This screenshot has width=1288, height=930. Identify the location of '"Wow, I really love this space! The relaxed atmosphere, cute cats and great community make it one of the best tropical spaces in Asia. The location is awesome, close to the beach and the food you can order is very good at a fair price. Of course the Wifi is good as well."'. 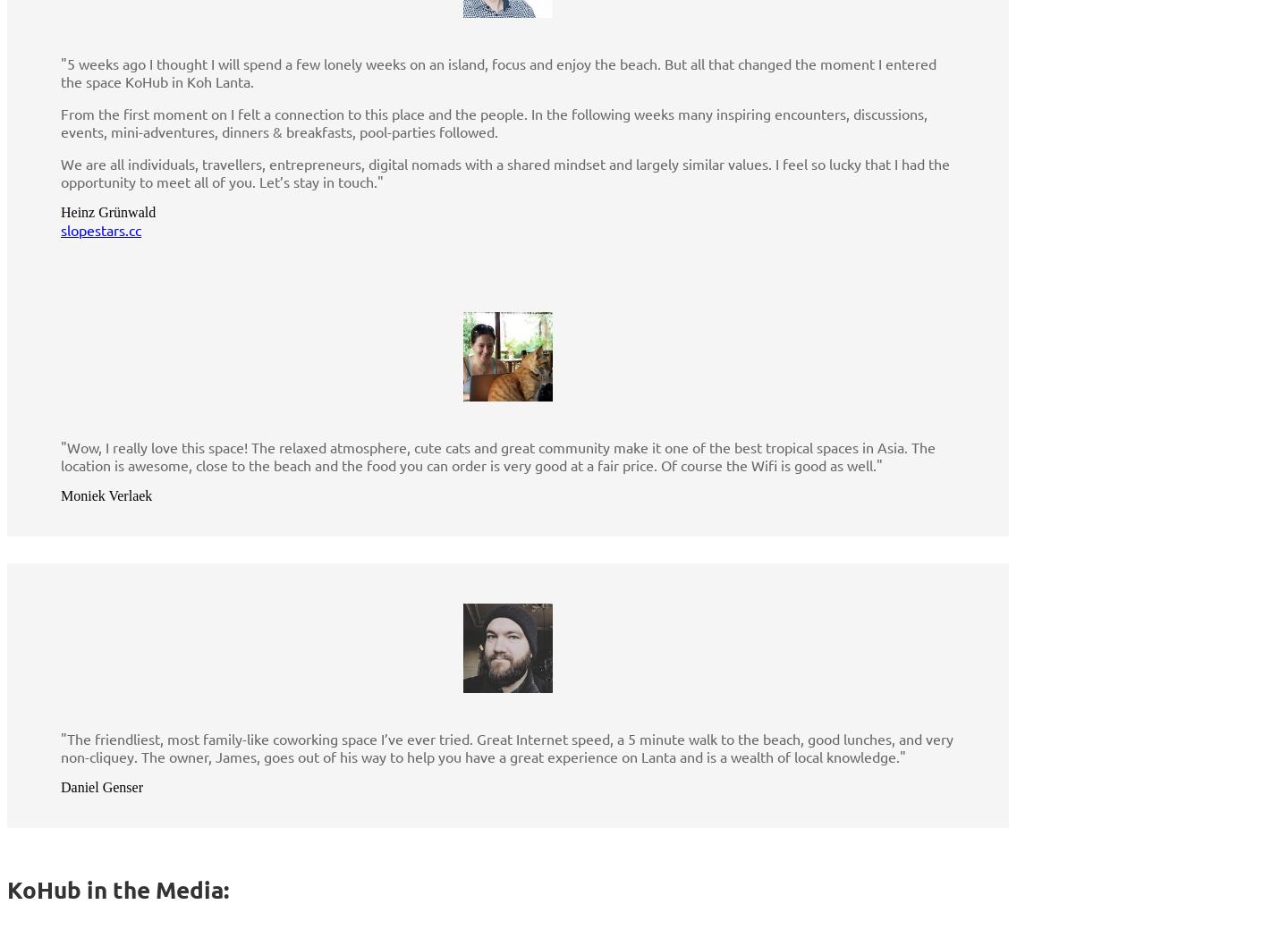
(497, 456).